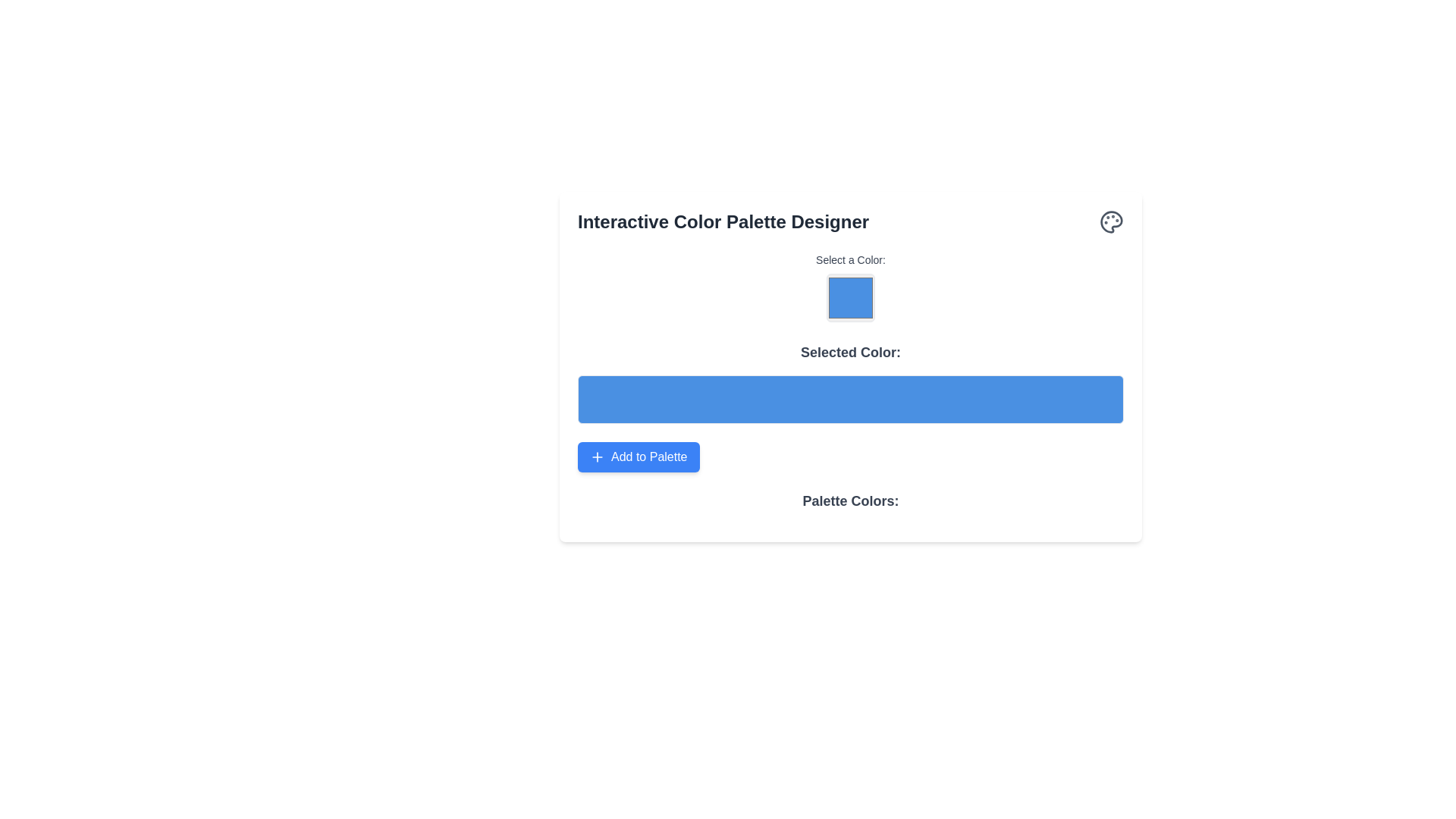  Describe the element at coordinates (851, 507) in the screenshot. I see `the text label that serves as a header for the palette section, located below the 'Add to Palette' button` at that location.